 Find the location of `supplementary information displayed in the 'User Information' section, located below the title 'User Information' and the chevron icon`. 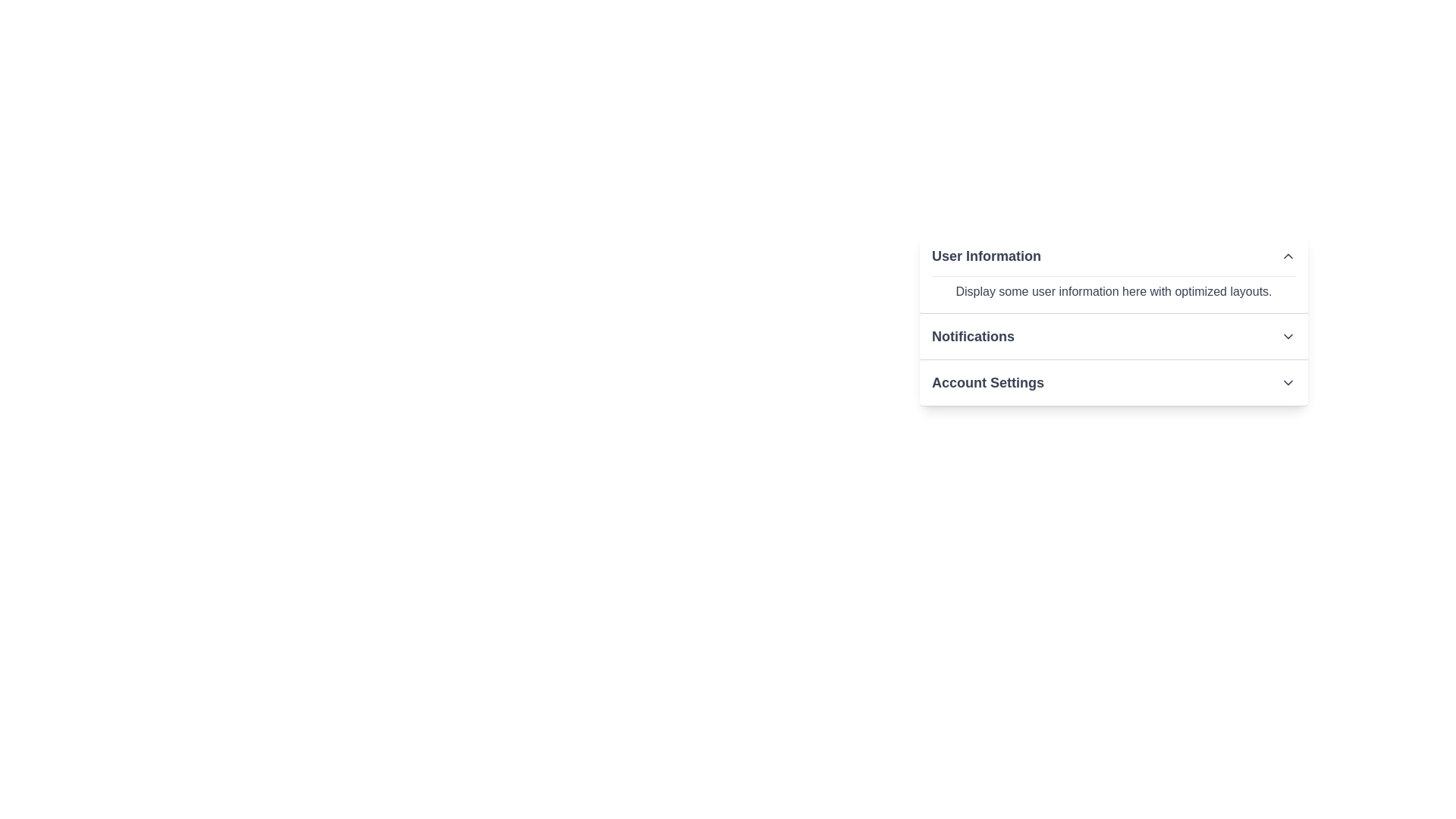

supplementary information displayed in the 'User Information' section, located below the title 'User Information' and the chevron icon is located at coordinates (1113, 288).